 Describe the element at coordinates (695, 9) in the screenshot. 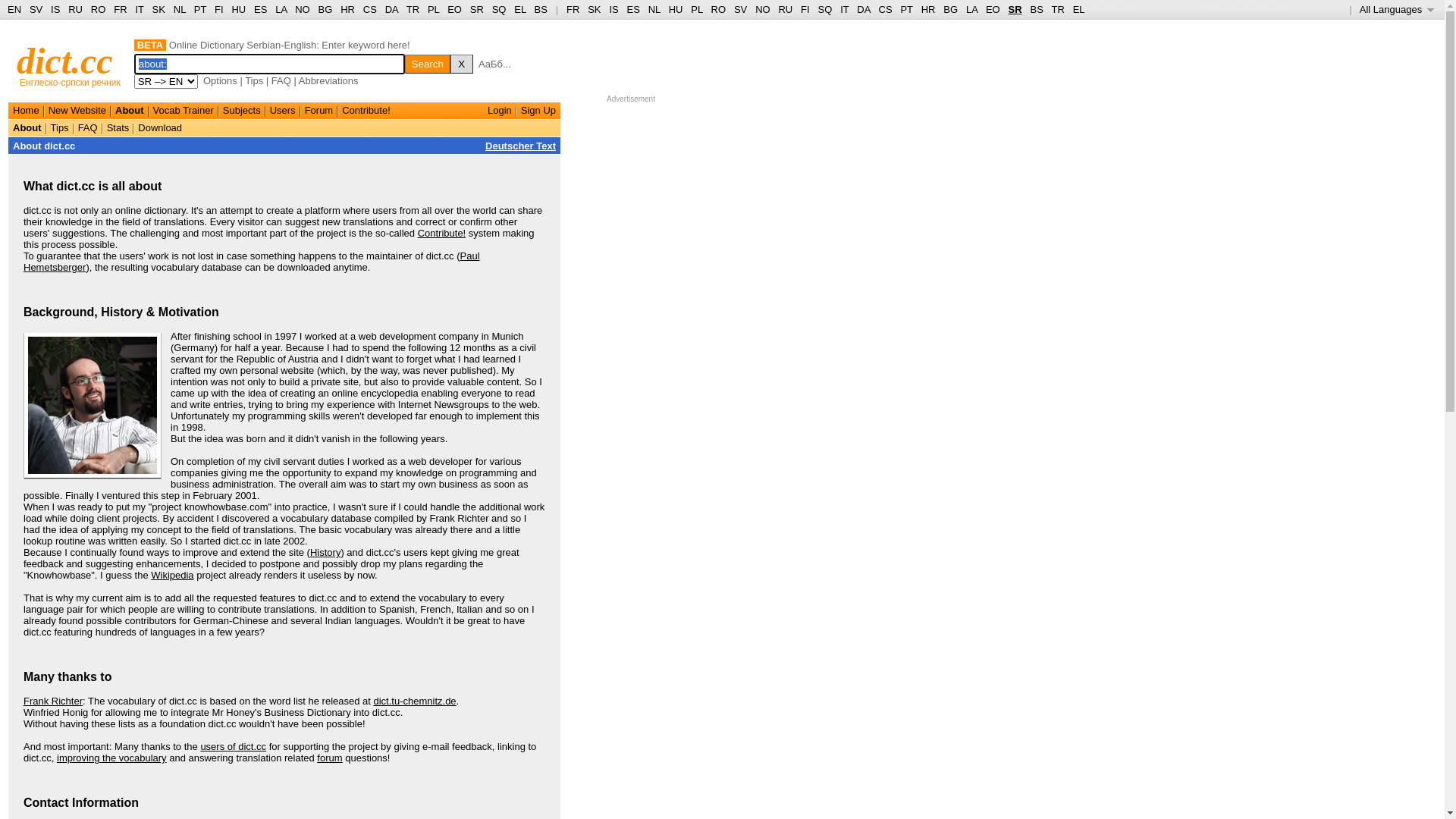

I see `'PL'` at that location.